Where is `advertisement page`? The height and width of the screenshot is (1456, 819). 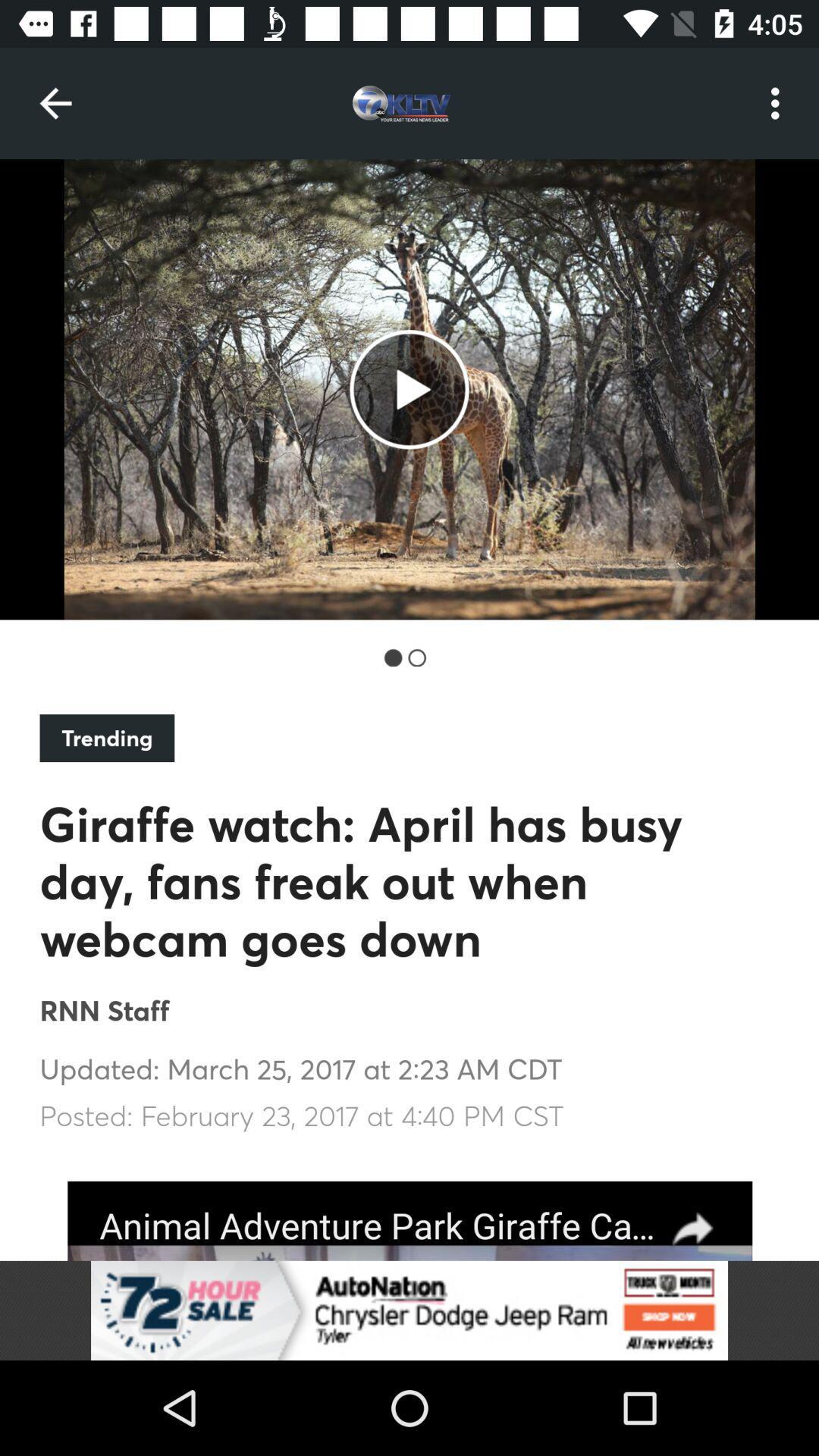 advertisement page is located at coordinates (409, 1221).